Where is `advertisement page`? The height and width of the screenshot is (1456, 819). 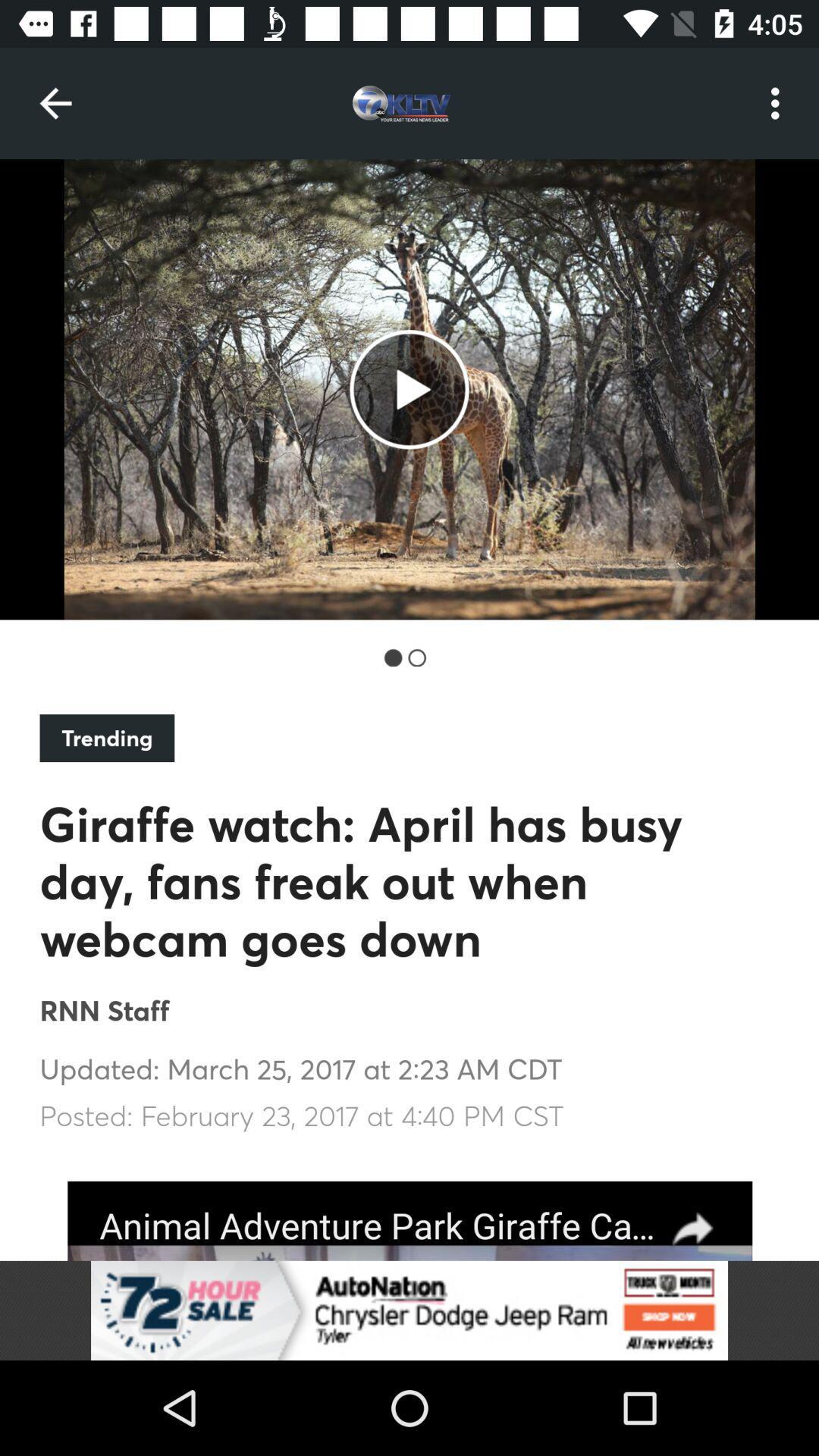 advertisement page is located at coordinates (409, 1221).